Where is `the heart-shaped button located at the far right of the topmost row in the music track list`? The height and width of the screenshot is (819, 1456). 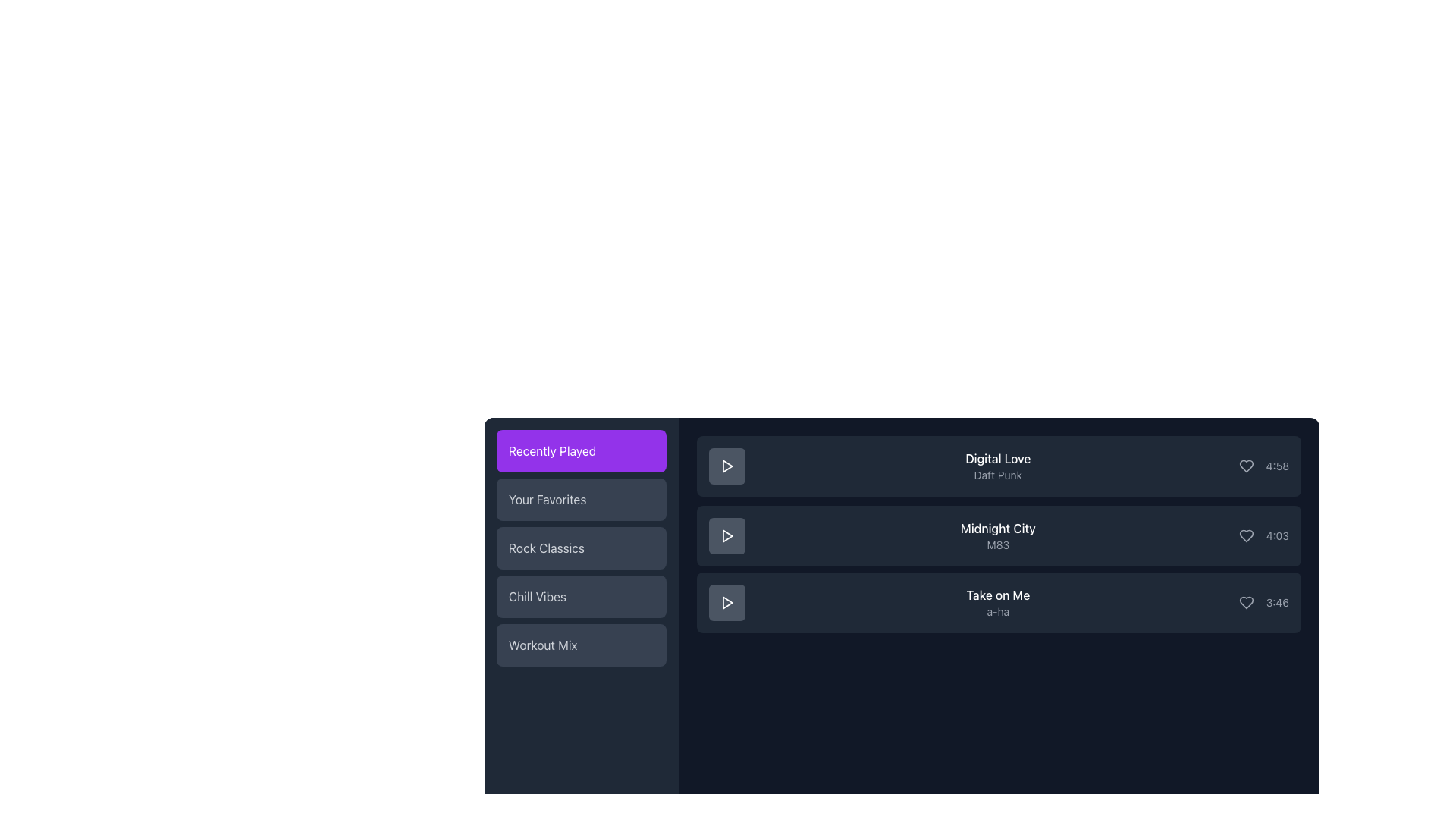 the heart-shaped button located at the far right of the topmost row in the music track list is located at coordinates (1246, 465).